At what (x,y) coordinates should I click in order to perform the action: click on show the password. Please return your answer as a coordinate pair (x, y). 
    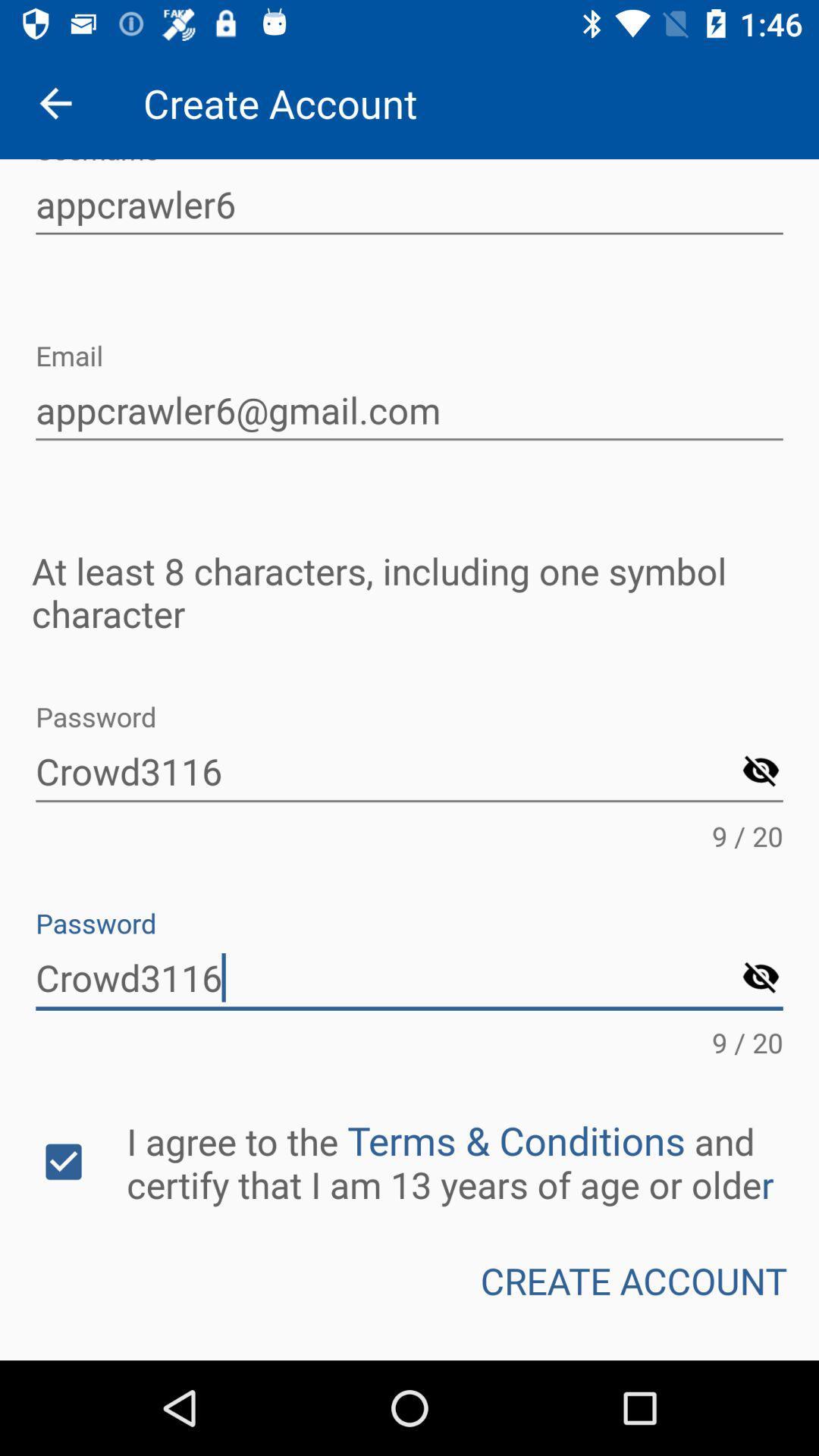
    Looking at the image, I should click on (761, 978).